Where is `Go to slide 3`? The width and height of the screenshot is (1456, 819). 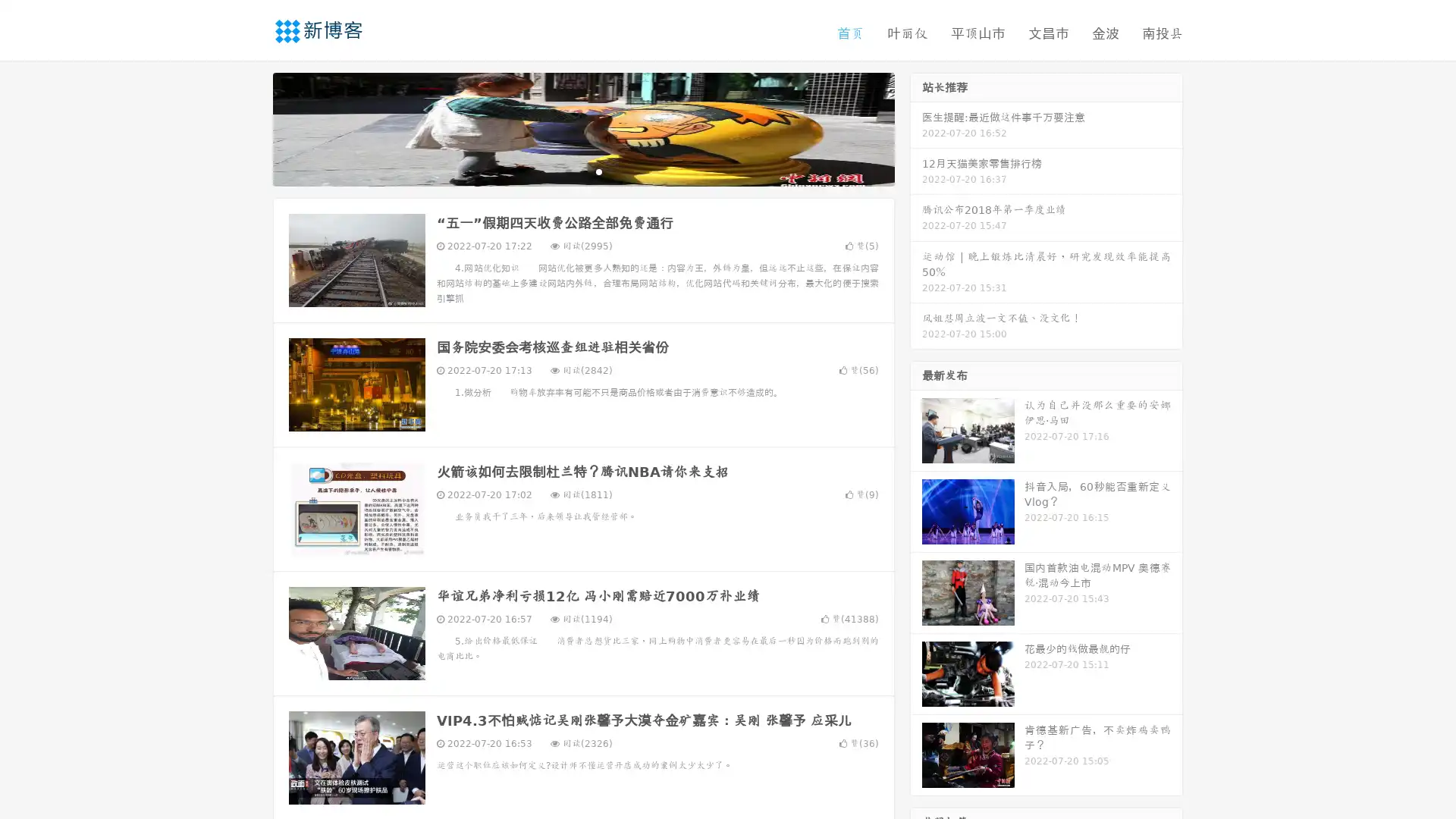 Go to slide 3 is located at coordinates (598, 171).